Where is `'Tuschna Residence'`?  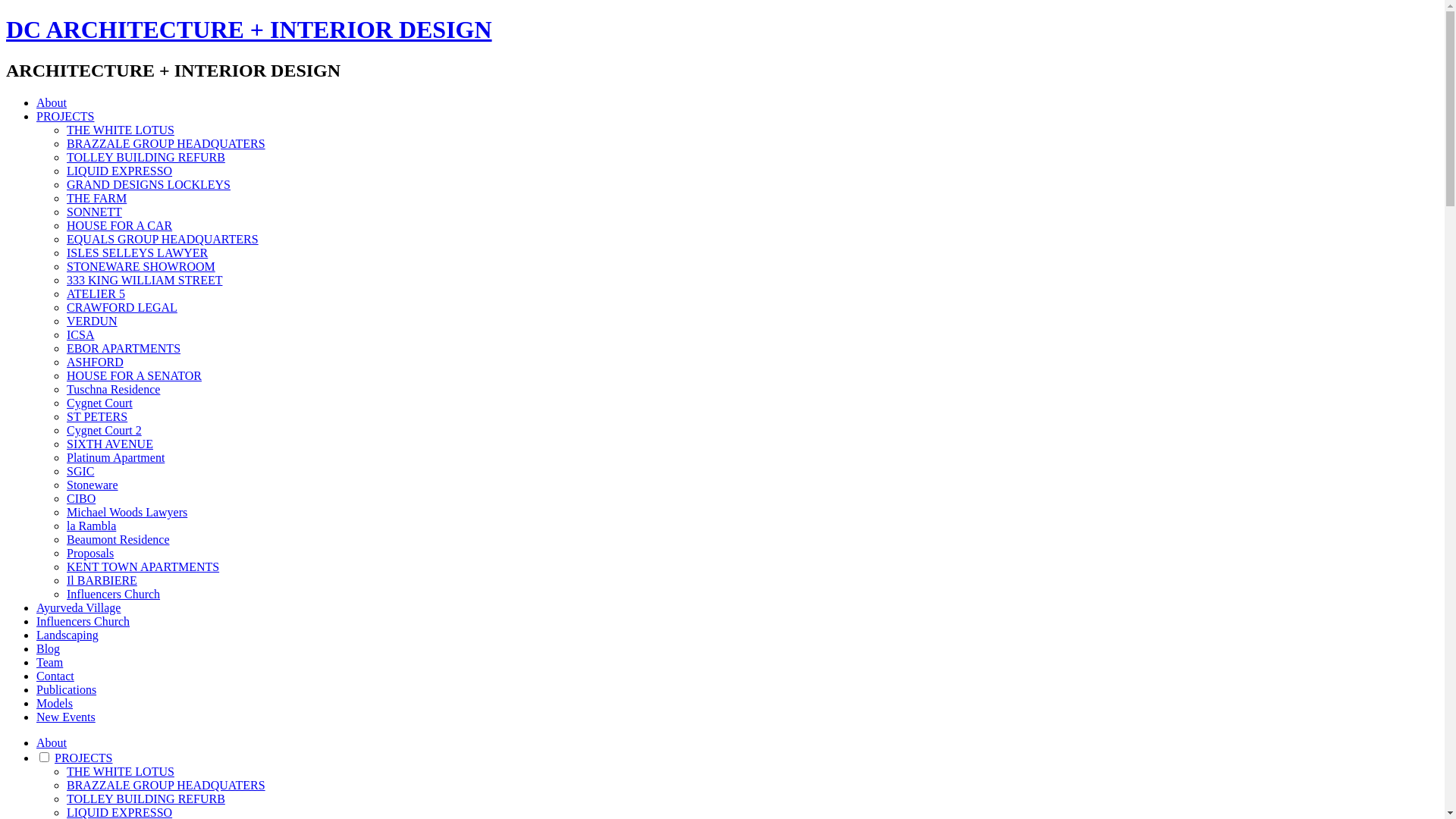
'Tuschna Residence' is located at coordinates (112, 388).